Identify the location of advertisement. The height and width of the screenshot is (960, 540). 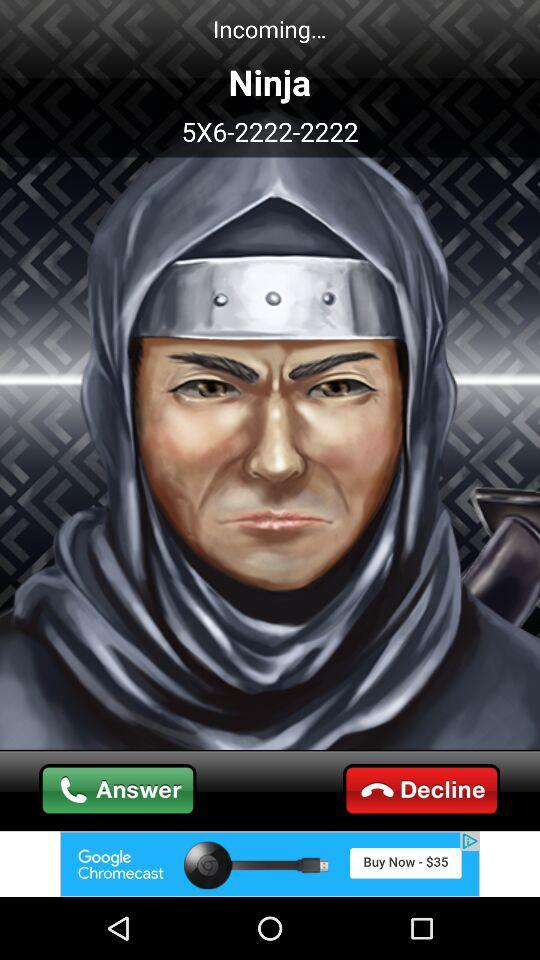
(270, 863).